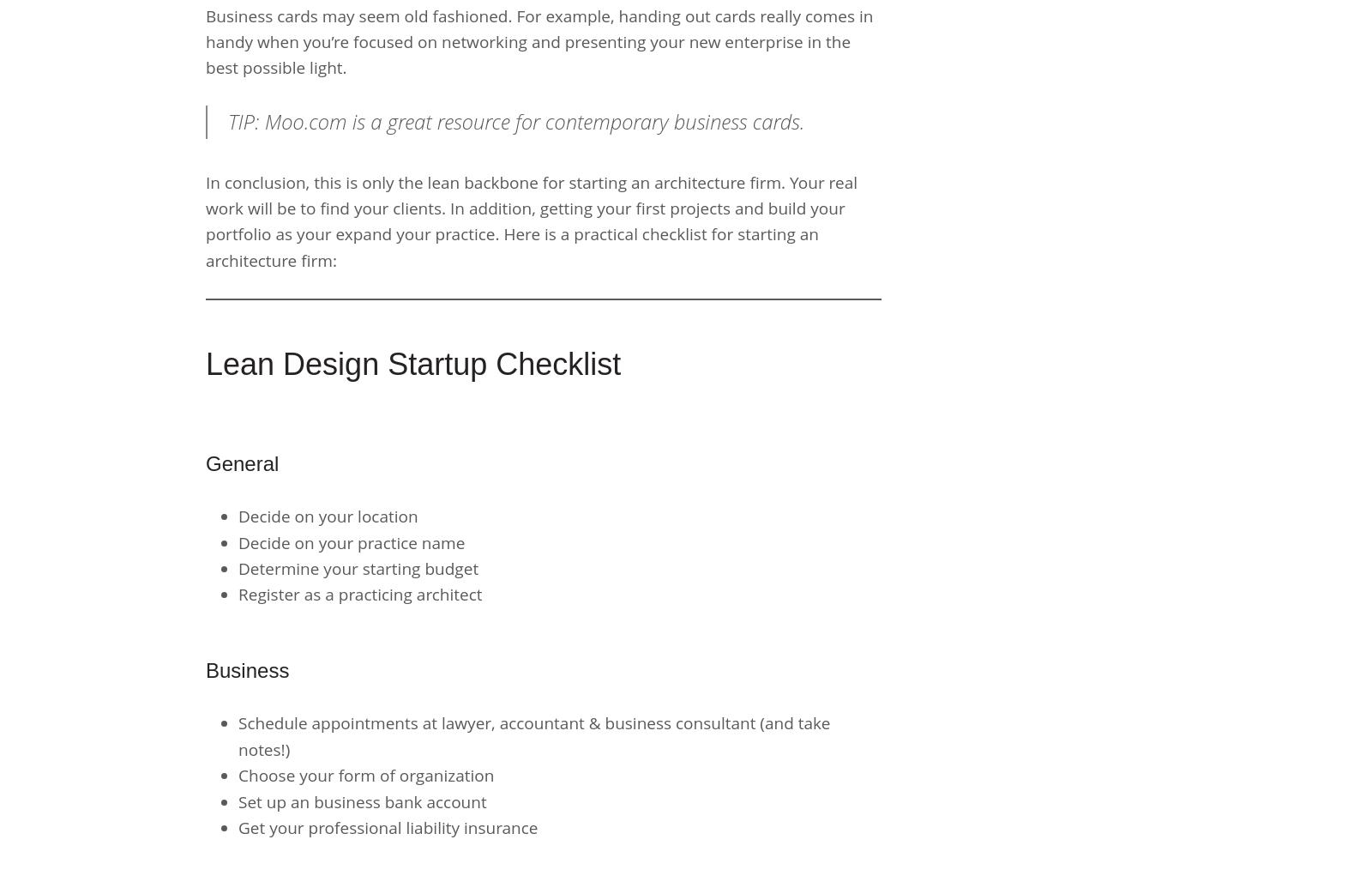 Image resolution: width=1372 pixels, height=888 pixels. What do you see at coordinates (361, 800) in the screenshot?
I see `'Set up an business bank account'` at bounding box center [361, 800].